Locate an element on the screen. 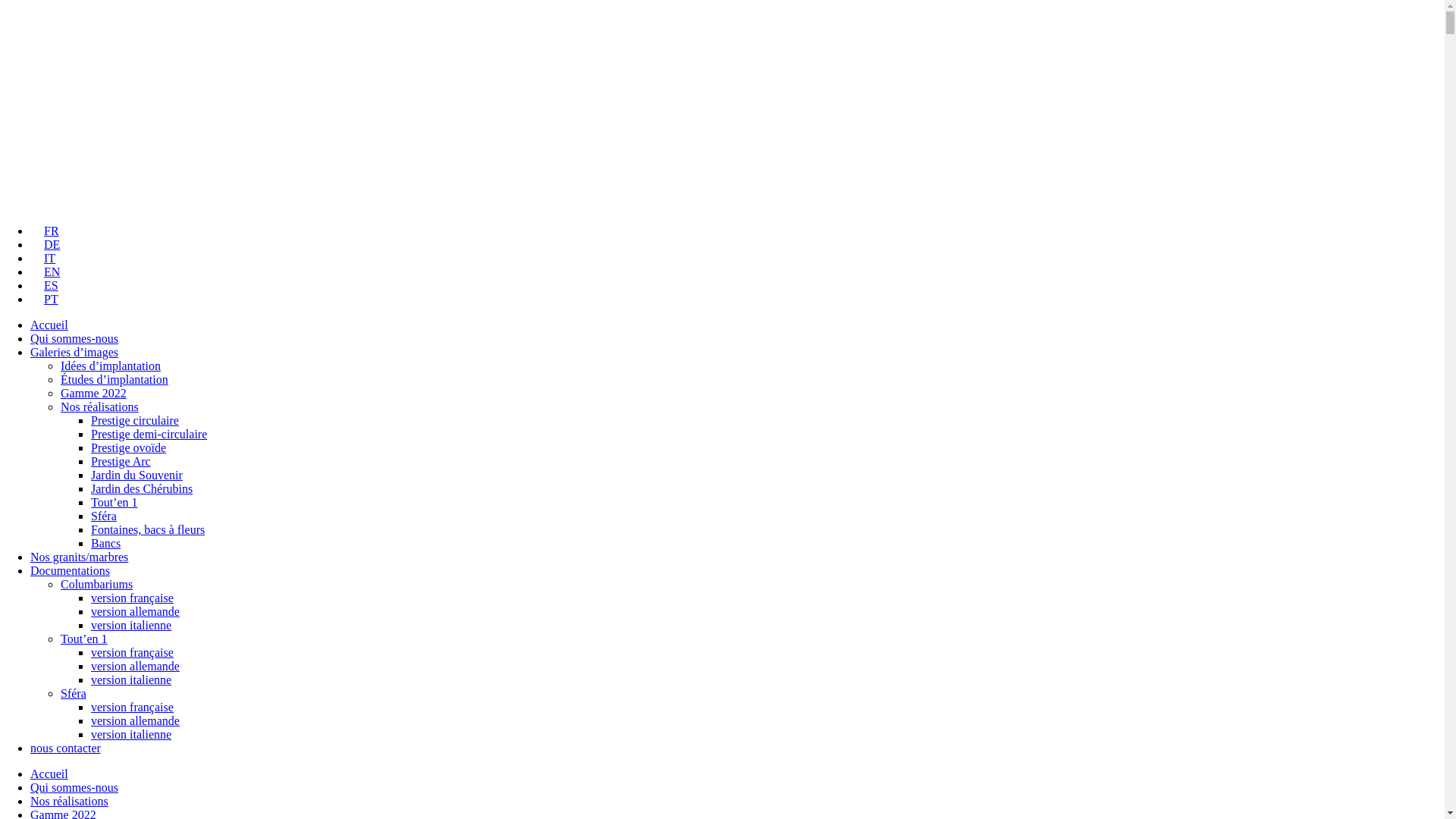  'EN' is located at coordinates (45, 271).